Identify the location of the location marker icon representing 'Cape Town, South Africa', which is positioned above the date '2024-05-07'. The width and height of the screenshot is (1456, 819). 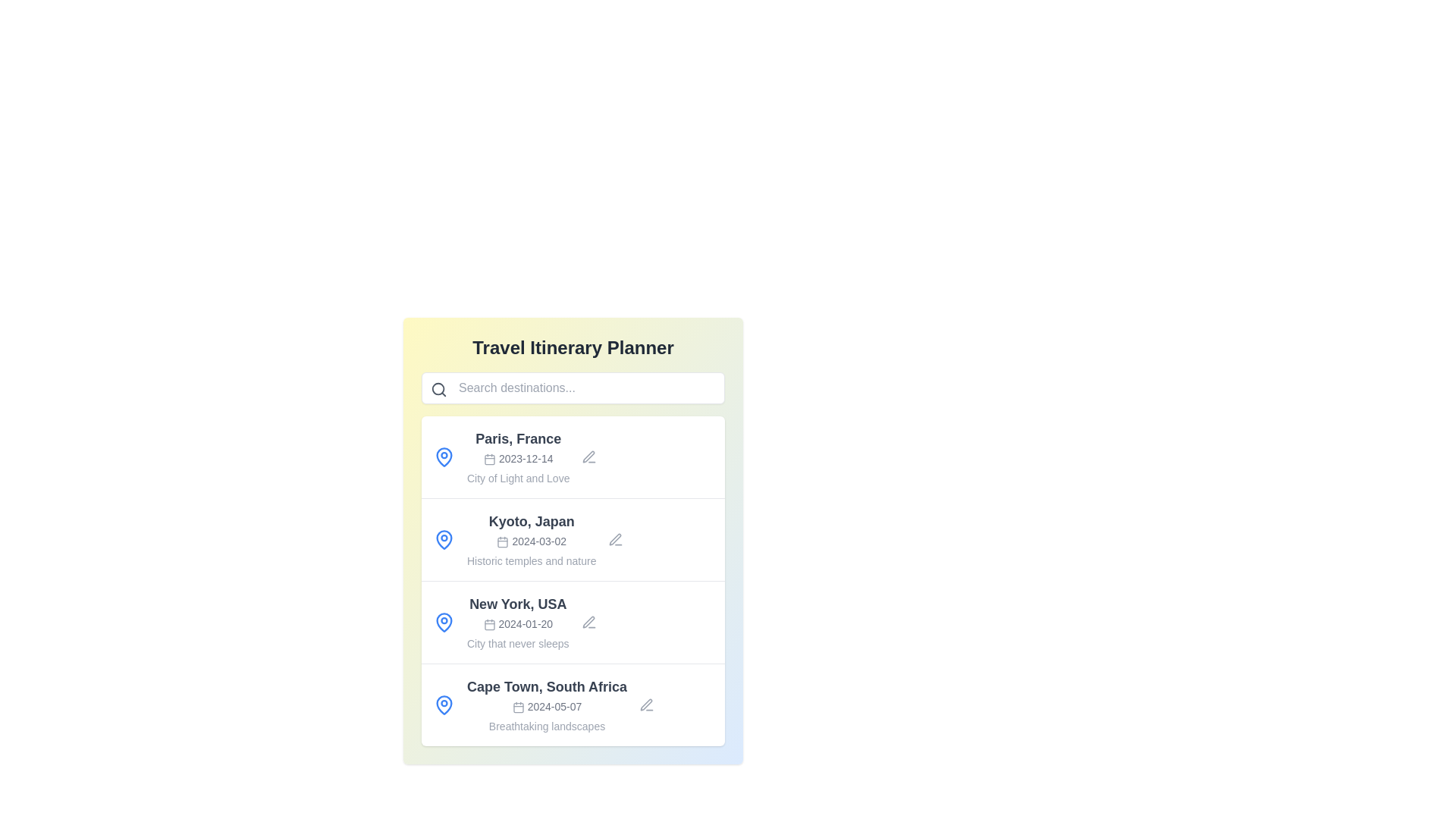
(443, 704).